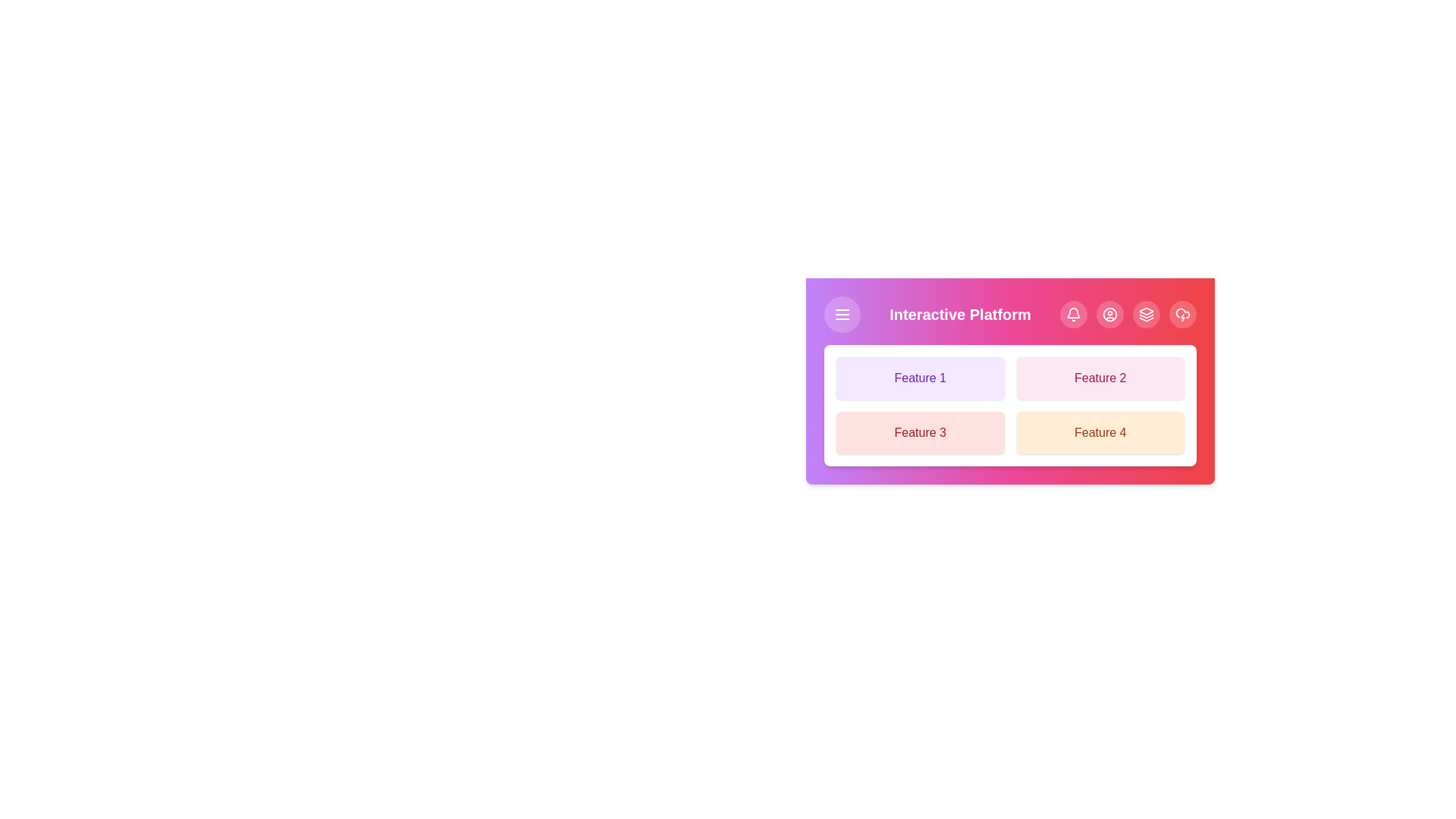 The image size is (1456, 819). I want to click on the feature button corresponding to Feature 4, so click(1100, 432).